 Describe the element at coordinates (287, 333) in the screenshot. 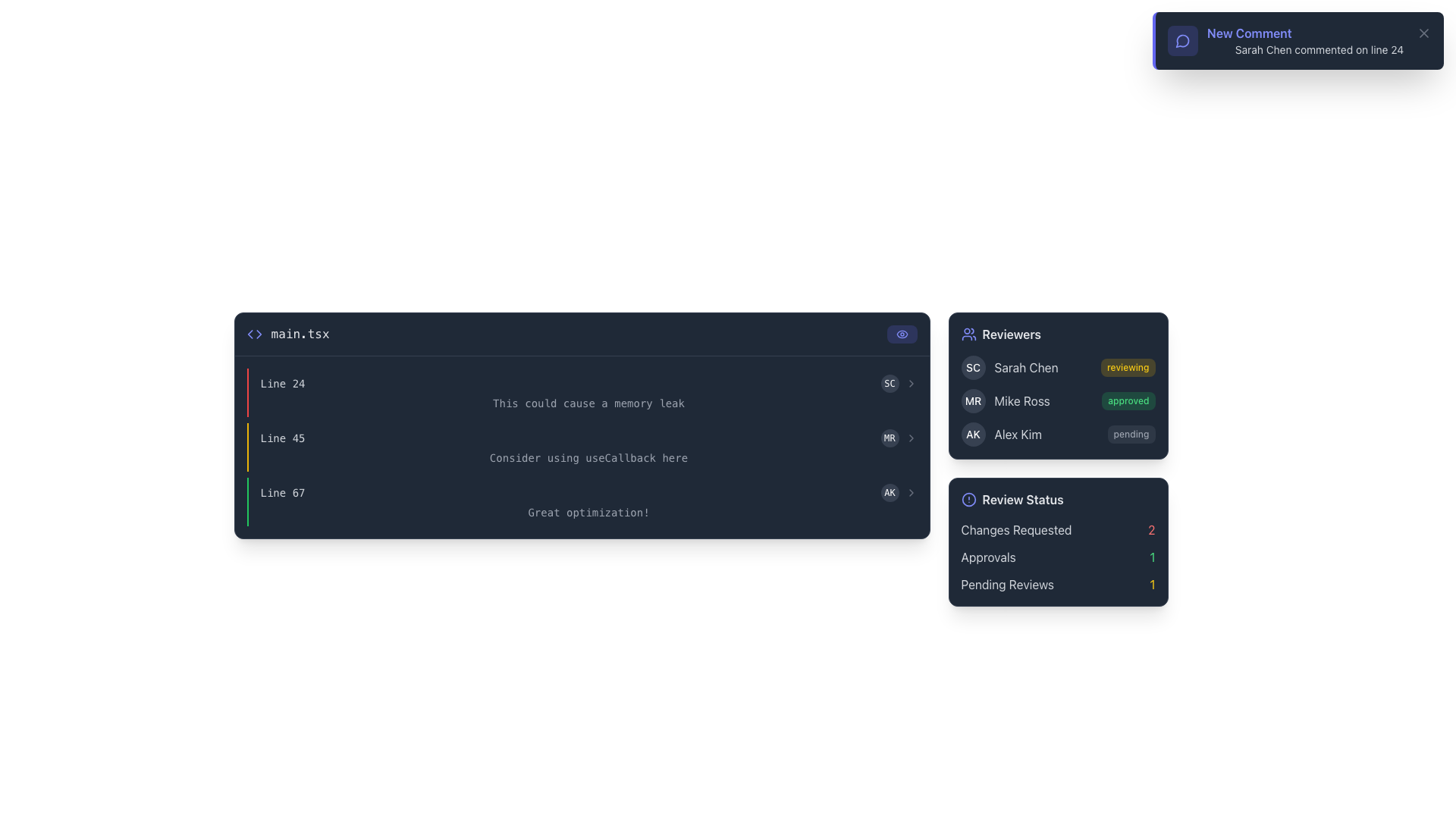

I see `label text displaying the name of the file currently being viewed or edited, located at the top of a bordered section with a dark background and adjacent to a code icon` at that location.